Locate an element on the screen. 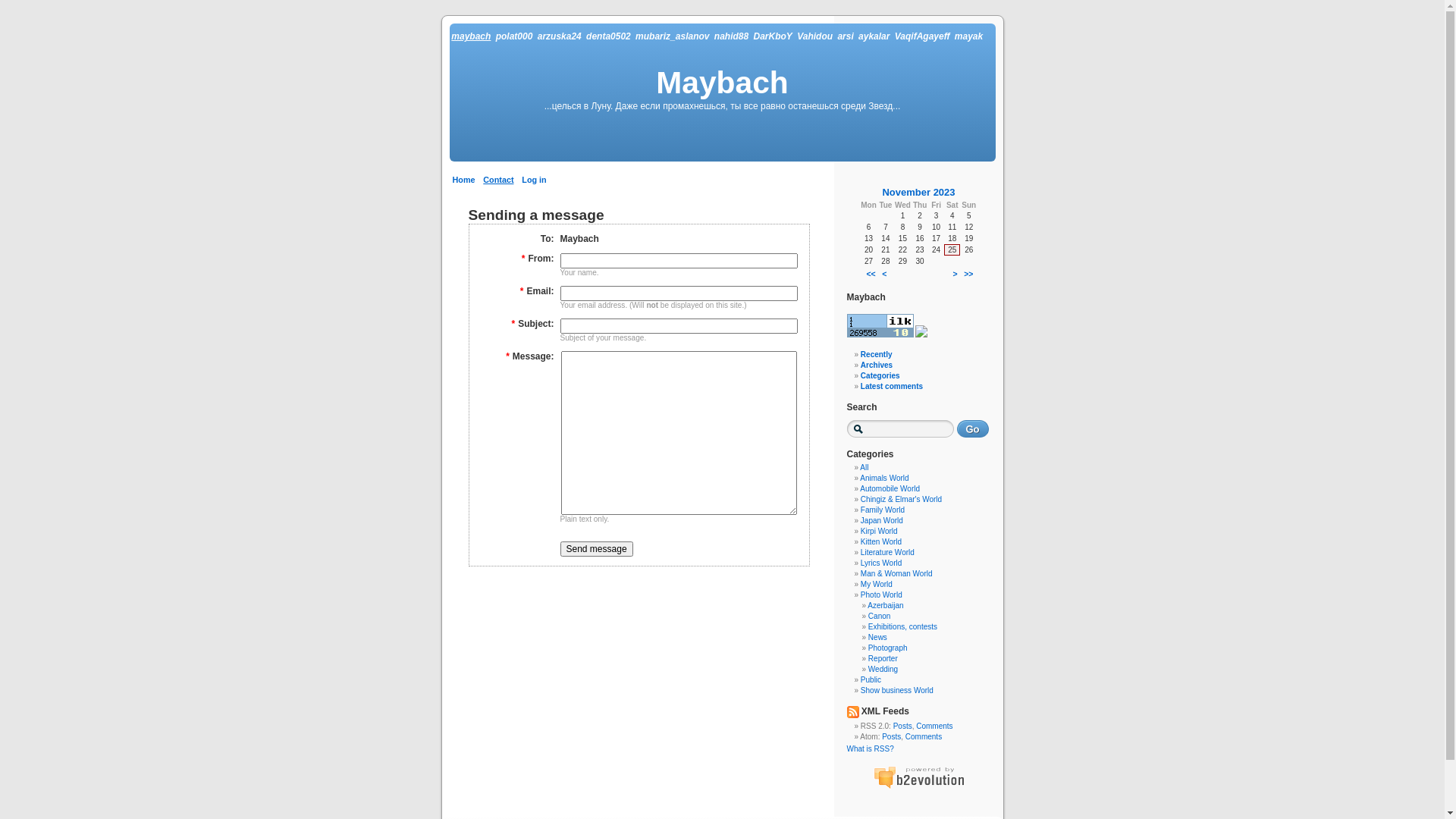 This screenshot has width=1456, height=819. 'mayak' is located at coordinates (968, 35).